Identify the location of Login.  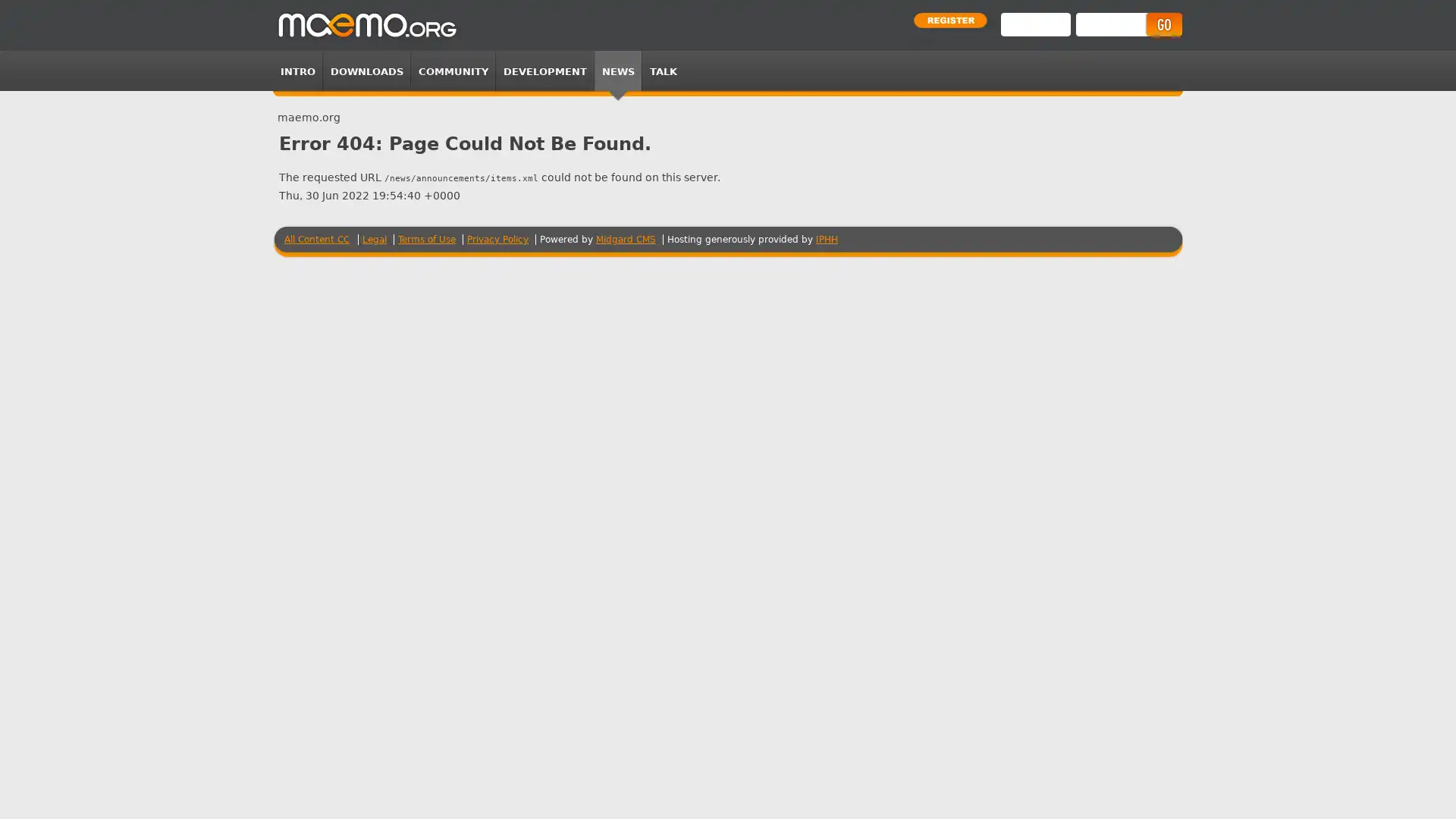
(1163, 24).